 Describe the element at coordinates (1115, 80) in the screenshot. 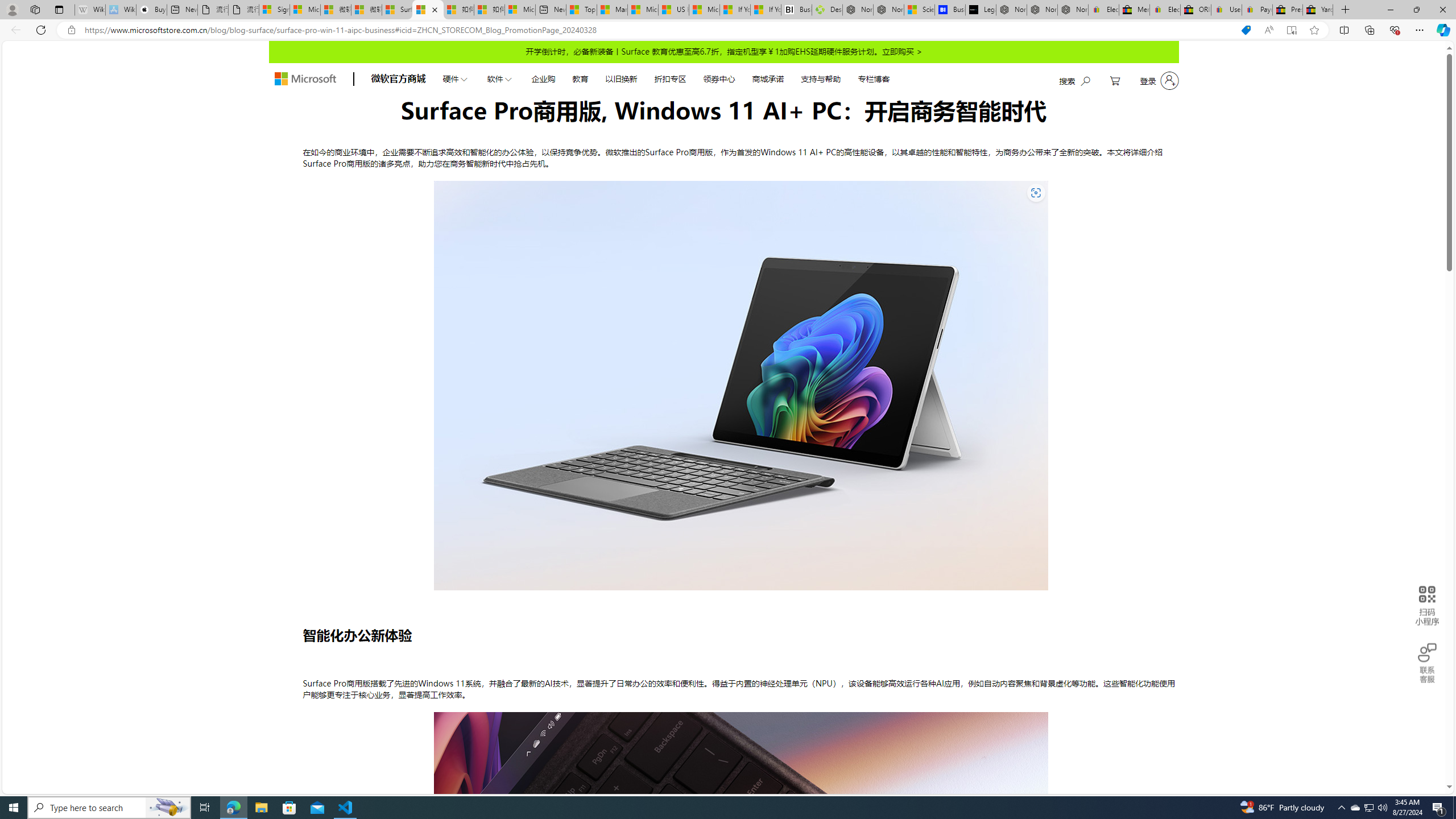

I see `'My Cart'` at that location.